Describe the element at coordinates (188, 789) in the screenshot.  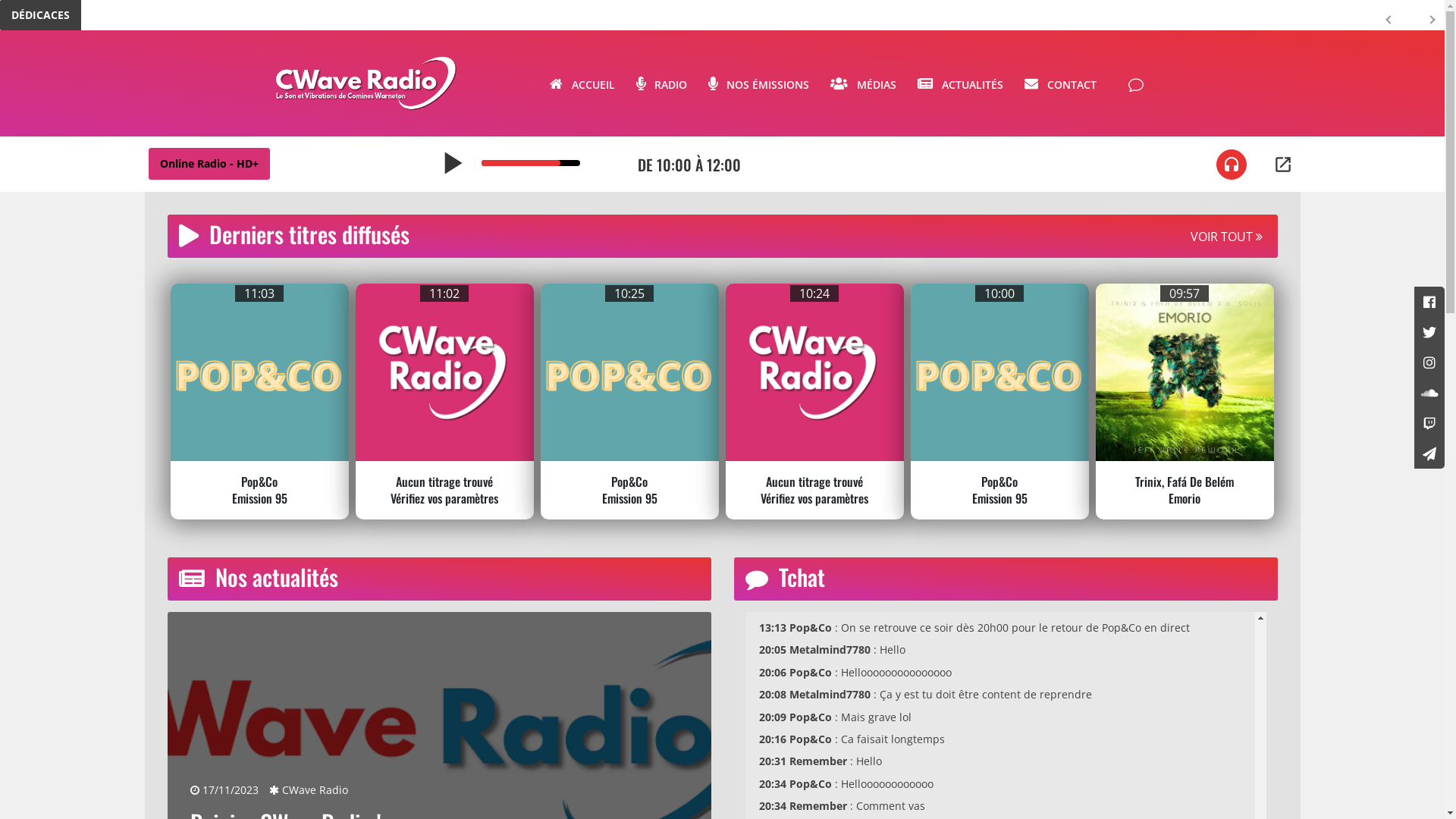
I see `'17/11/2023'` at that location.